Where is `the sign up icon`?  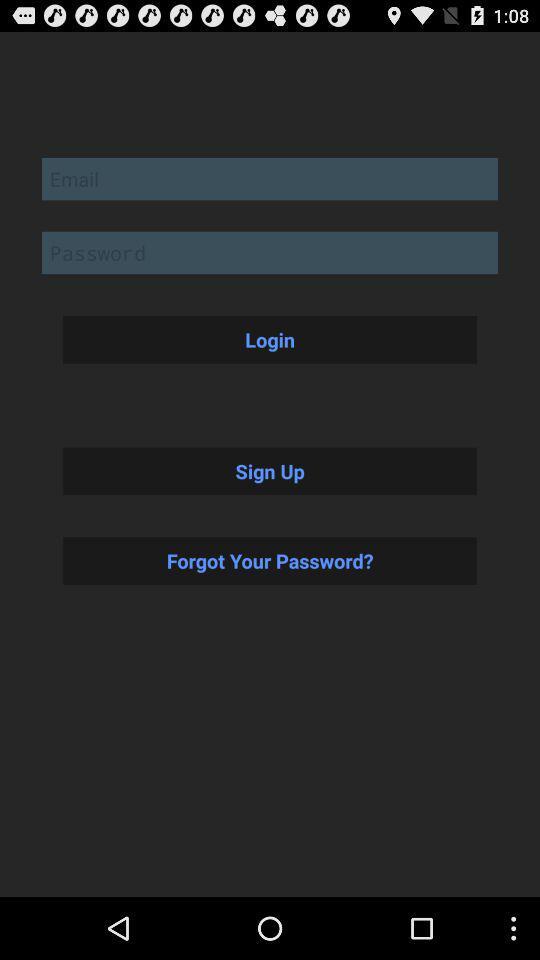 the sign up icon is located at coordinates (270, 471).